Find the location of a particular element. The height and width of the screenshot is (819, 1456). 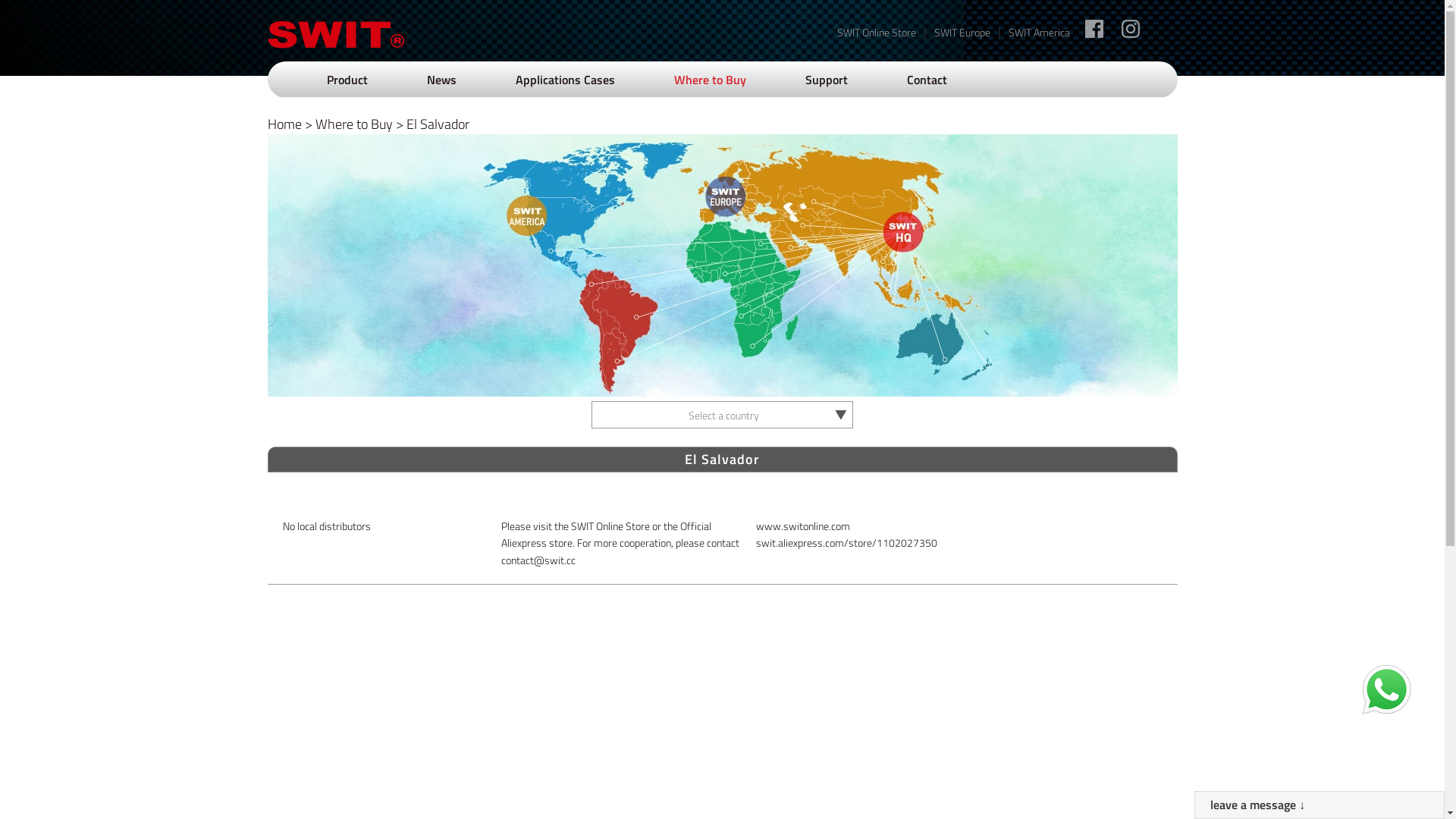

'SWIT Europe' is located at coordinates (961, 32).